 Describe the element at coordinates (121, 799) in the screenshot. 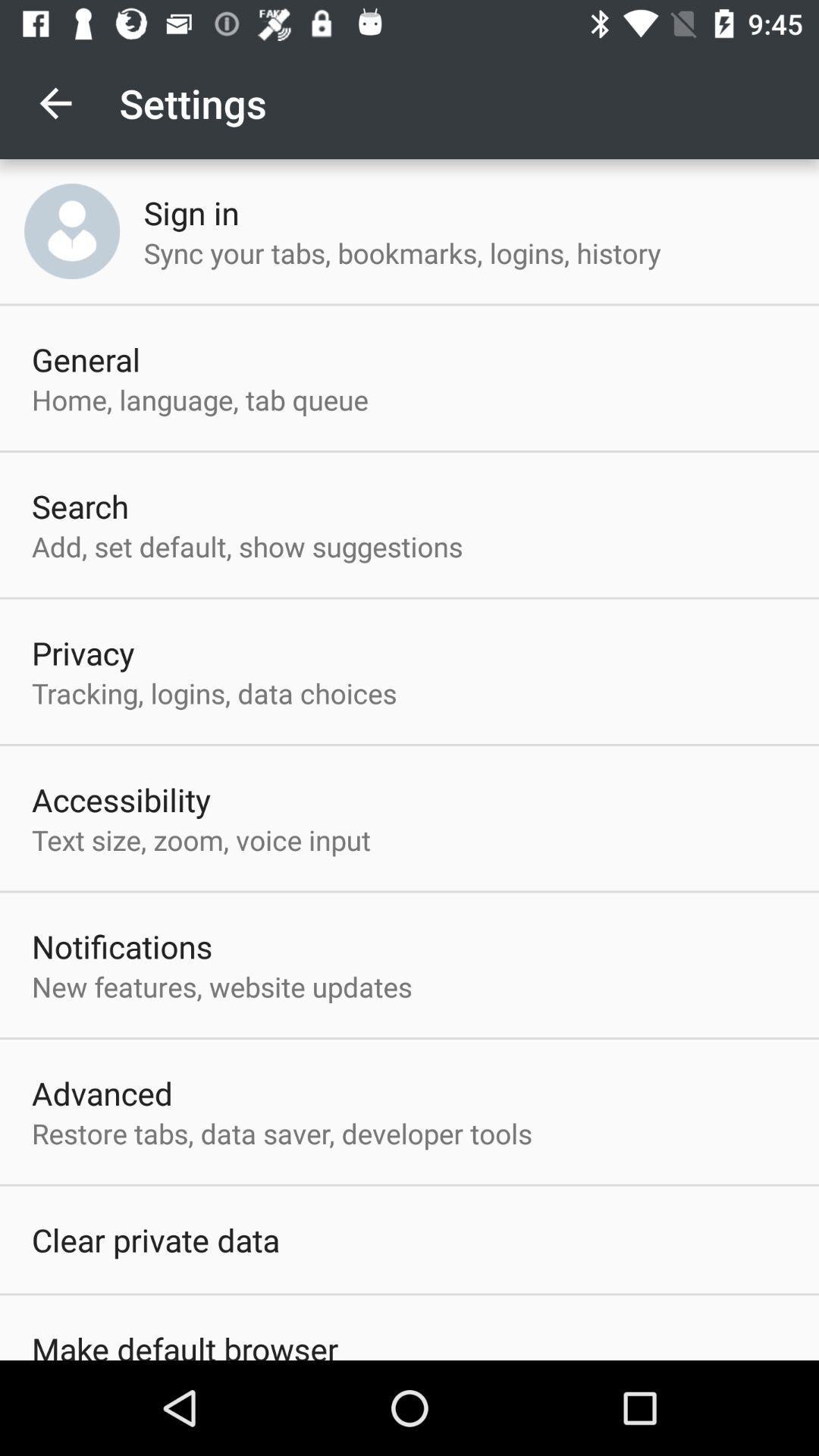

I see `icon below the tracking logins data icon` at that location.